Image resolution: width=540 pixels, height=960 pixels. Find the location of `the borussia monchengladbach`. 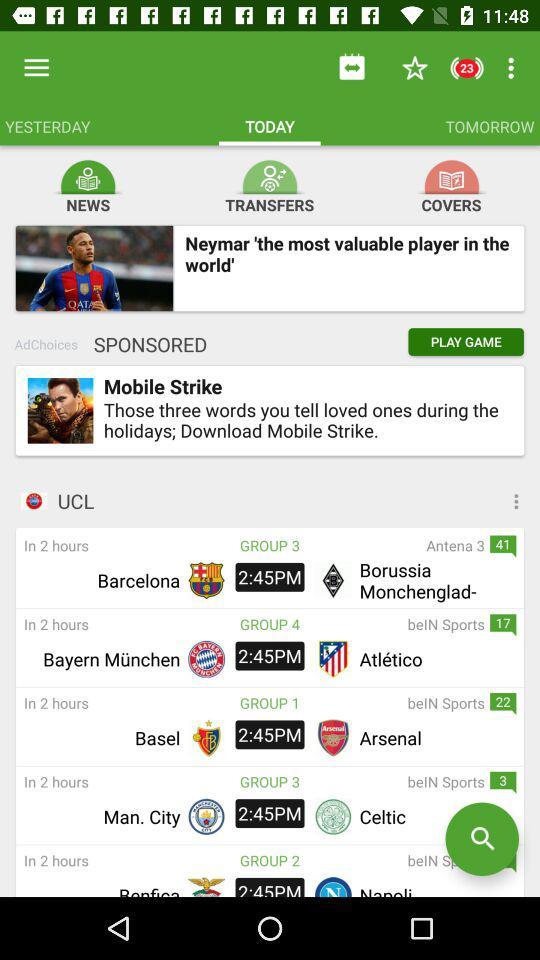

the borussia monchengladbach is located at coordinates (434, 580).